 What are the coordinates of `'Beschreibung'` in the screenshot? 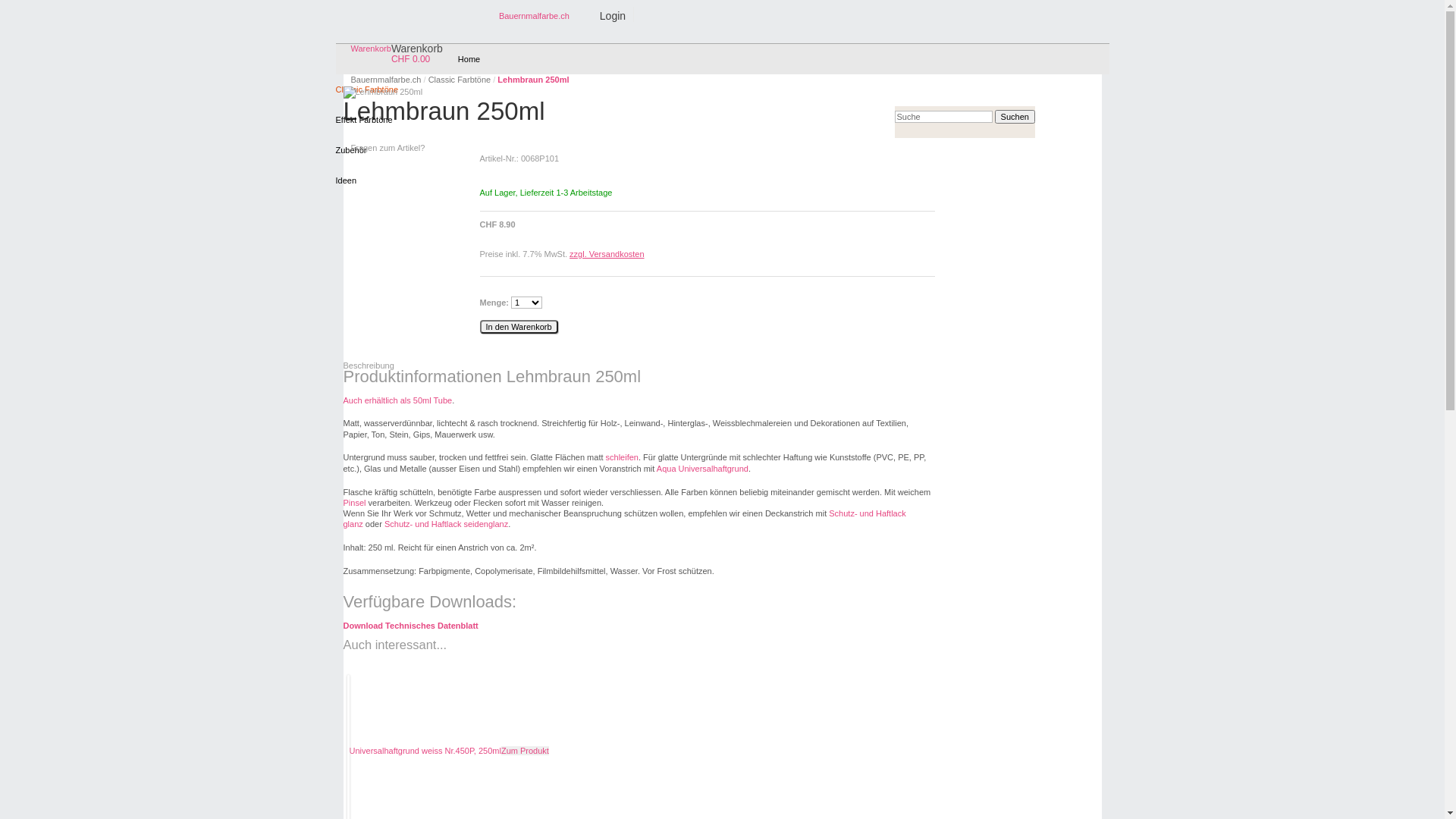 It's located at (368, 366).